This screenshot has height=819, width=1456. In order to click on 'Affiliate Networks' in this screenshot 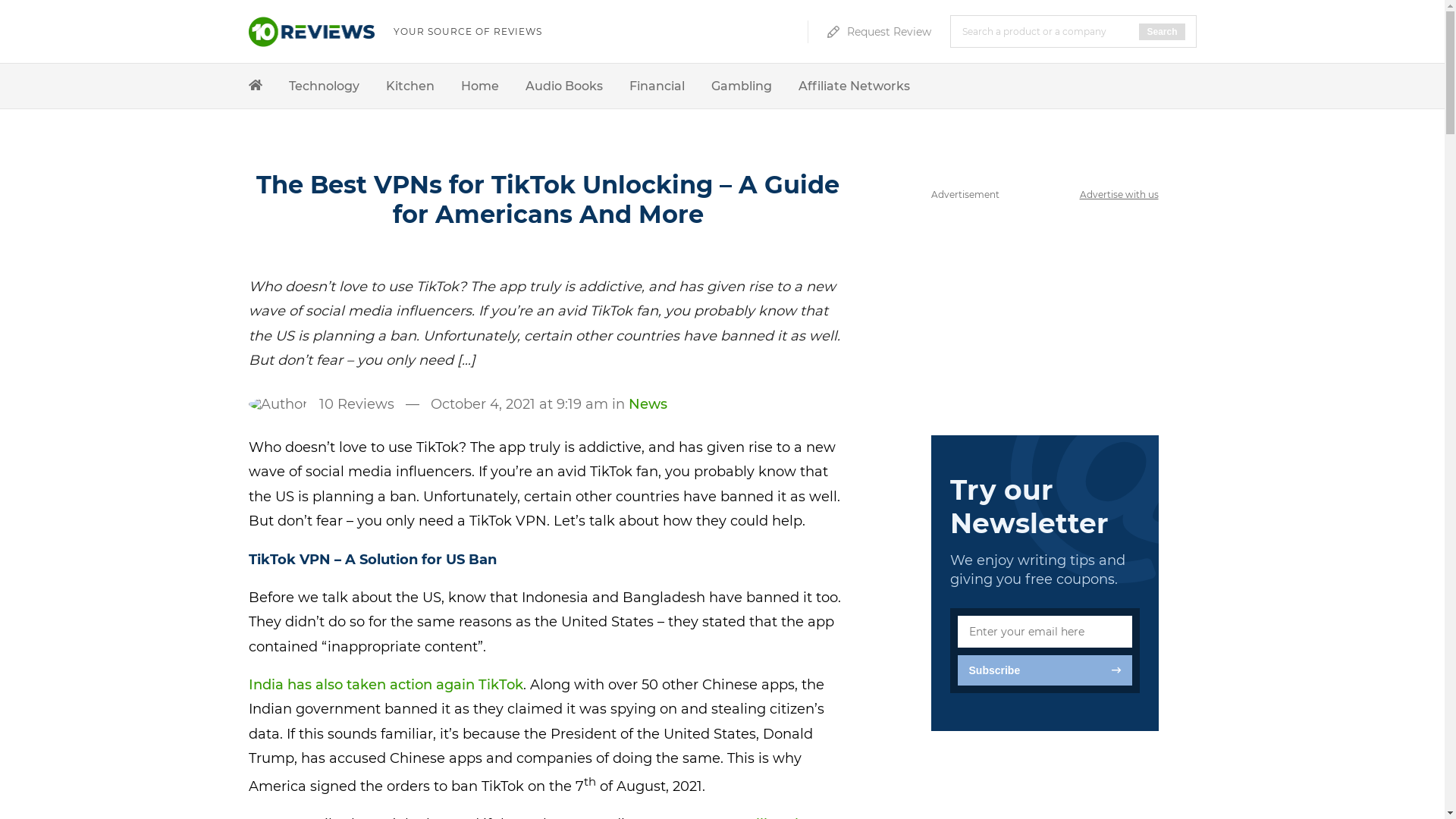, I will do `click(853, 86)`.